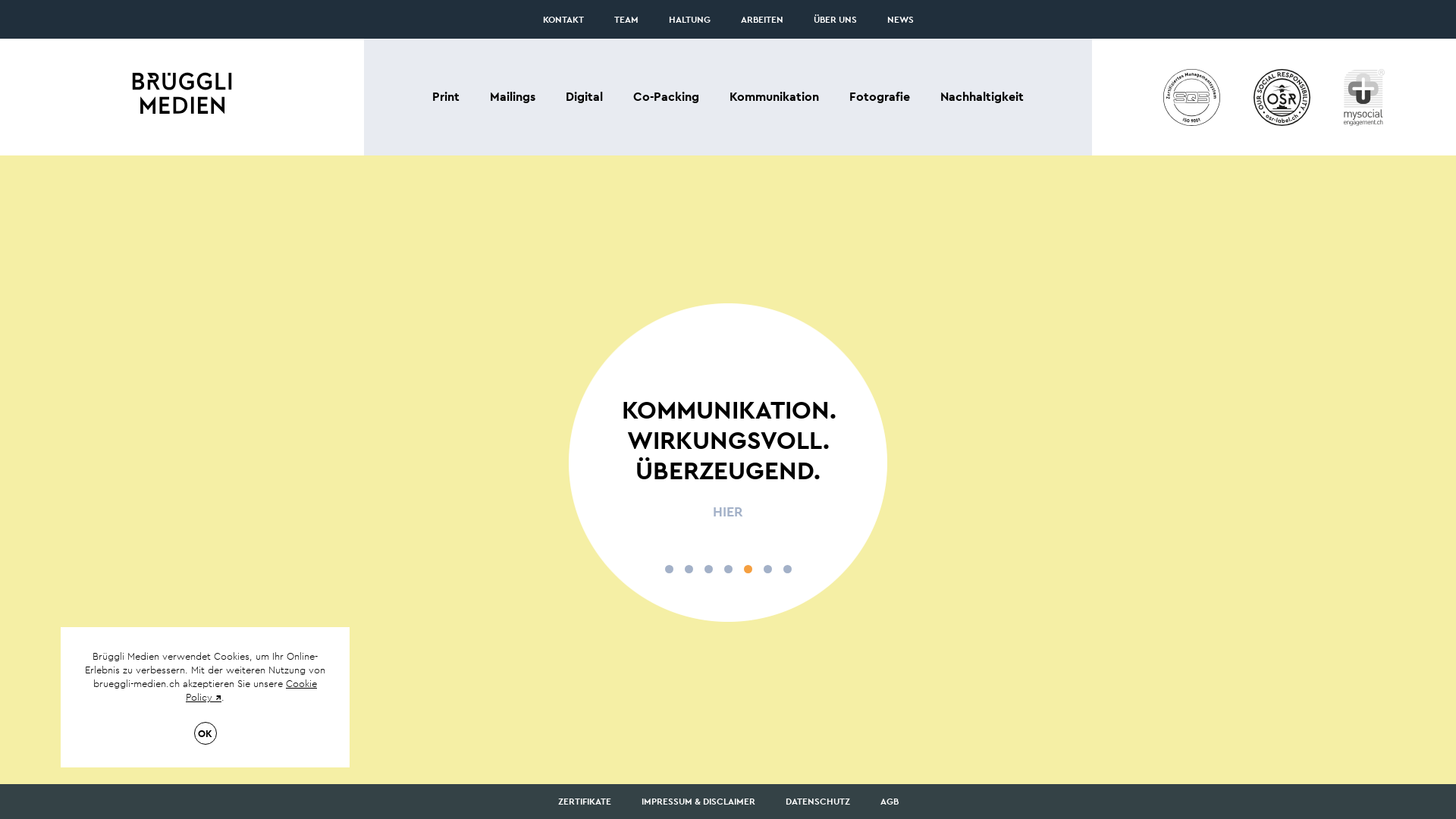 The image size is (1456, 819). Describe the element at coordinates (698, 800) in the screenshot. I see `'IMPRESSUM & DISCLAIMER'` at that location.